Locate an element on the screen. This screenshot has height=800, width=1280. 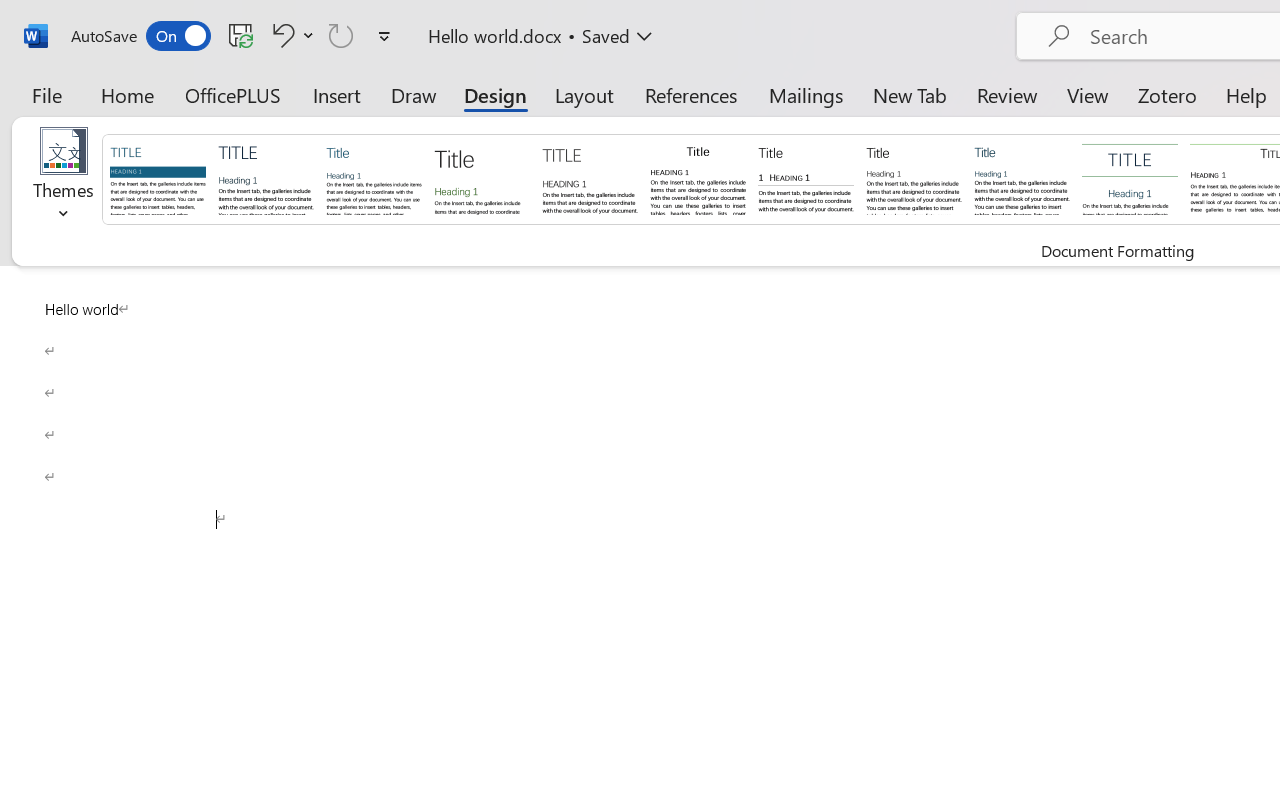
'Basic (Stylish)' is located at coordinates (481, 177).